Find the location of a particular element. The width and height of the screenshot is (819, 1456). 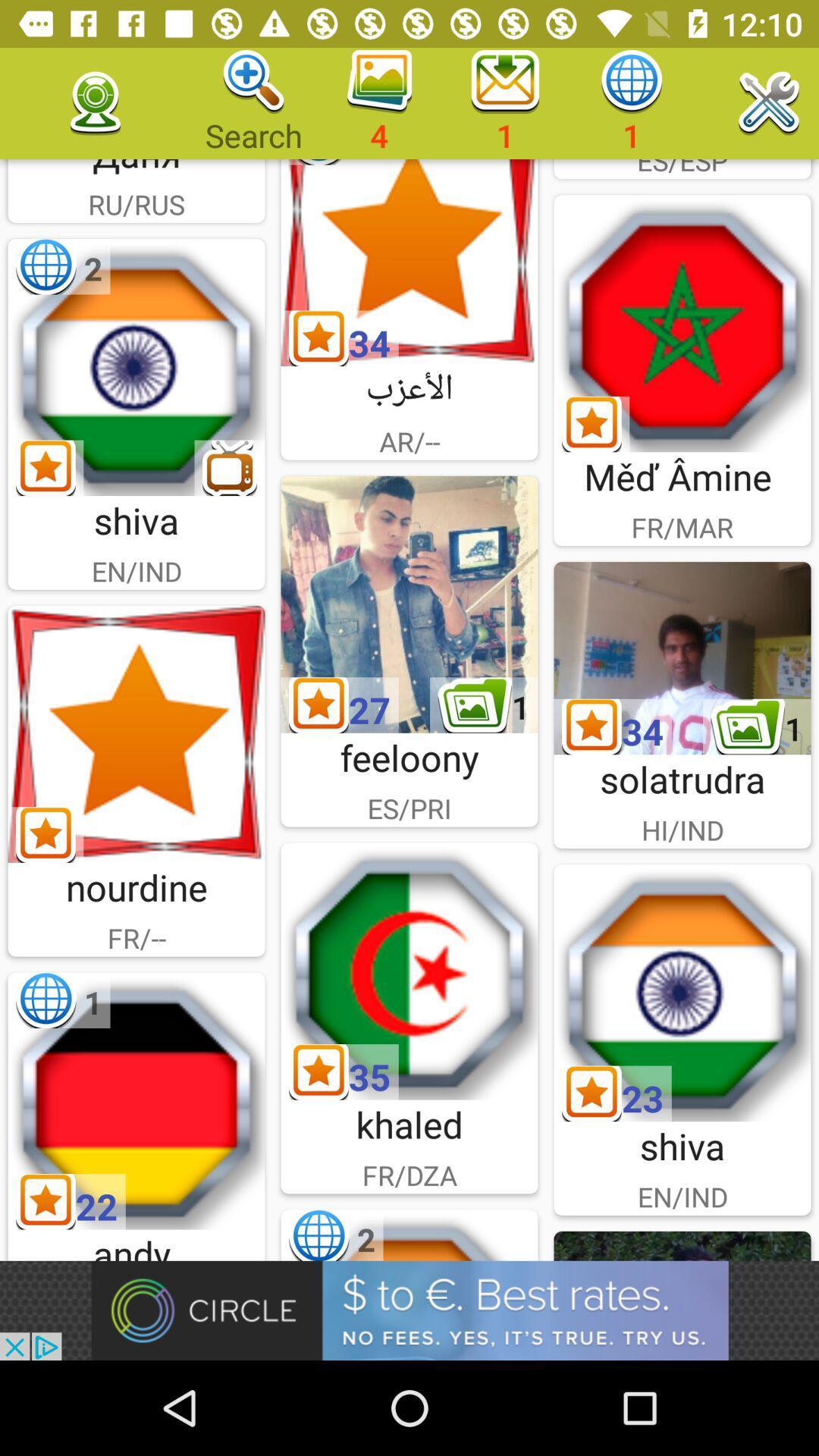

andy is located at coordinates (136, 1100).